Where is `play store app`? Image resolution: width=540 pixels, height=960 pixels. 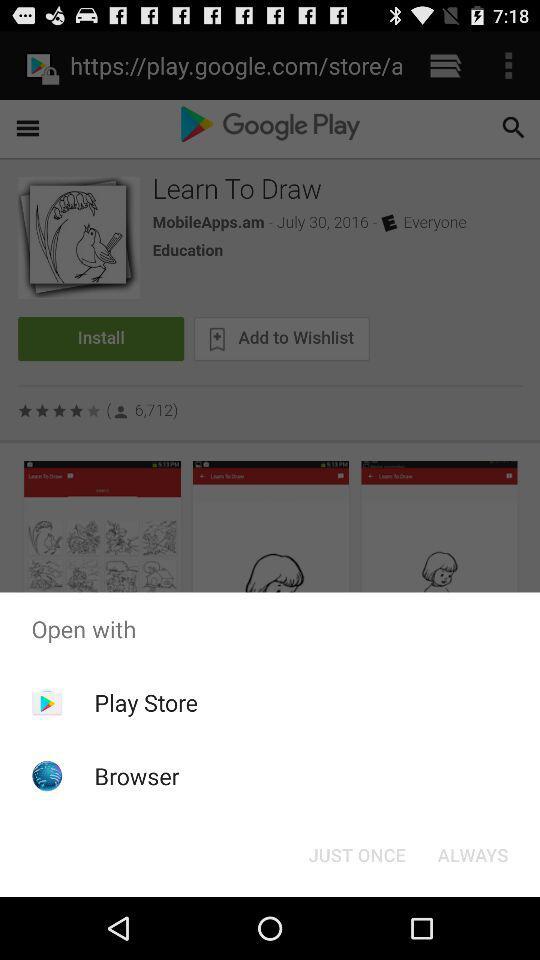
play store app is located at coordinates (145, 702).